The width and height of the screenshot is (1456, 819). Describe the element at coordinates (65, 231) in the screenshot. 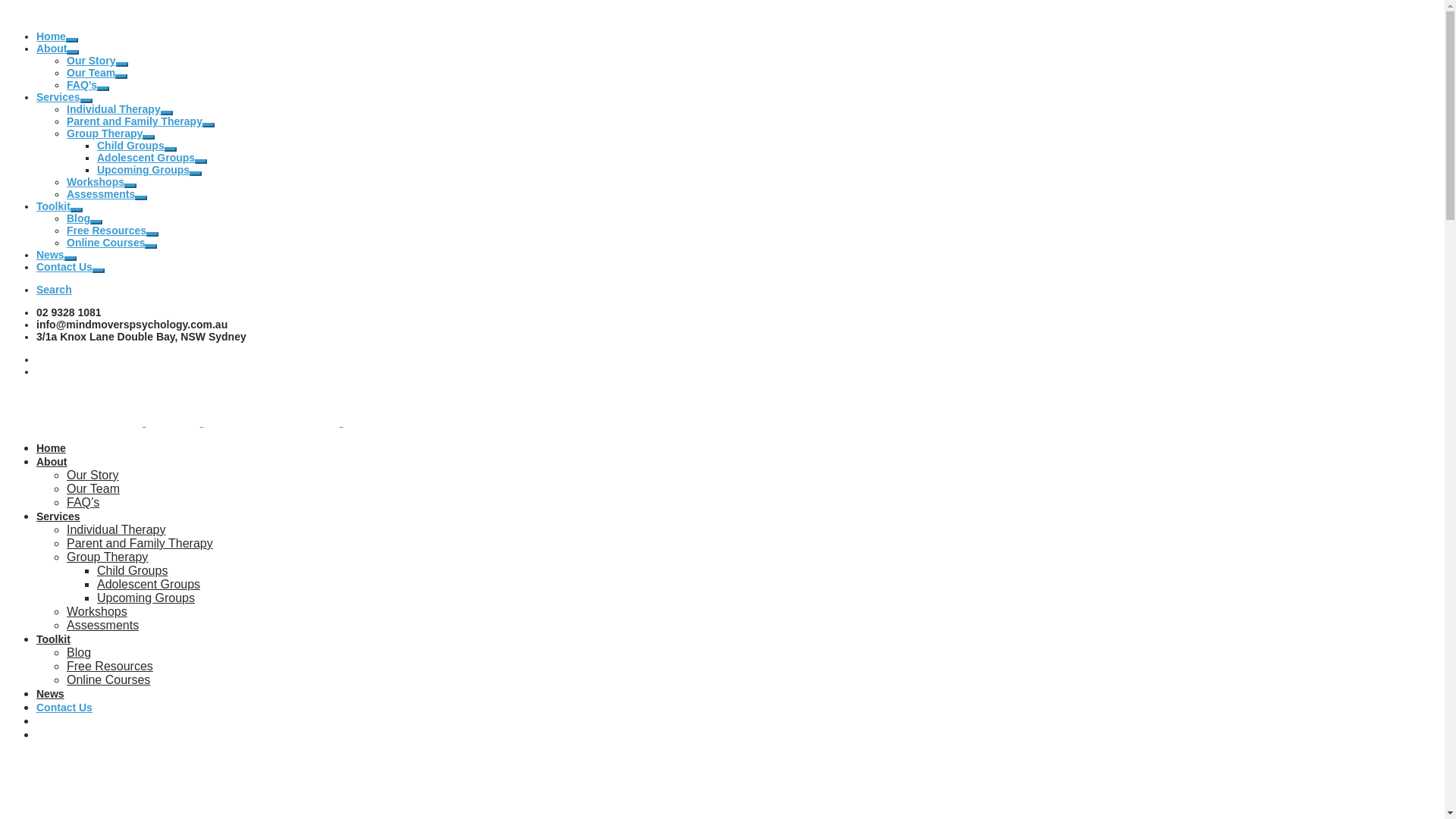

I see `'Free Resources'` at that location.